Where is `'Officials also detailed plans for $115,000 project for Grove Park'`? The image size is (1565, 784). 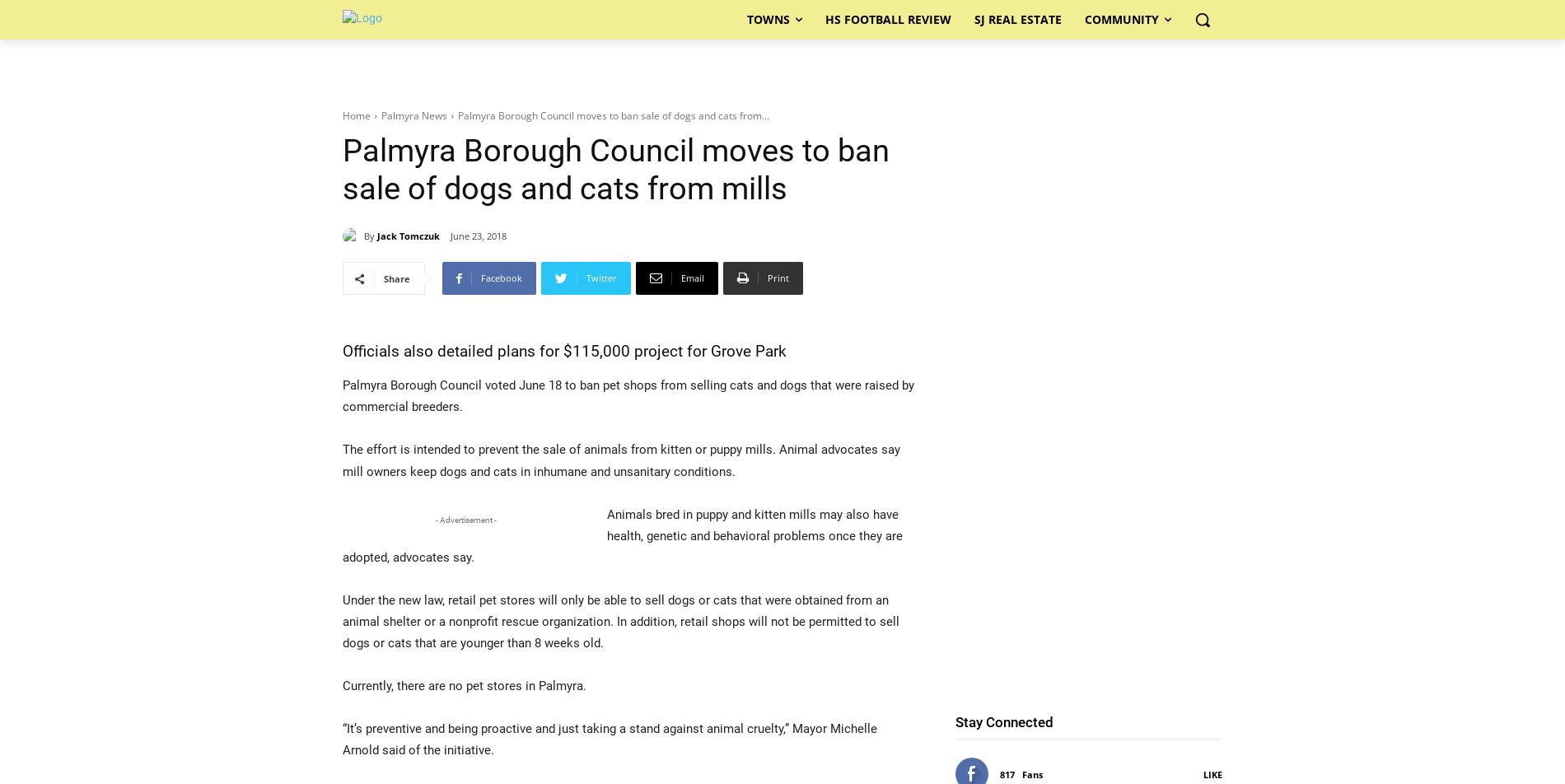 'Officials also detailed plans for $115,000 project for Grove Park' is located at coordinates (341, 351).